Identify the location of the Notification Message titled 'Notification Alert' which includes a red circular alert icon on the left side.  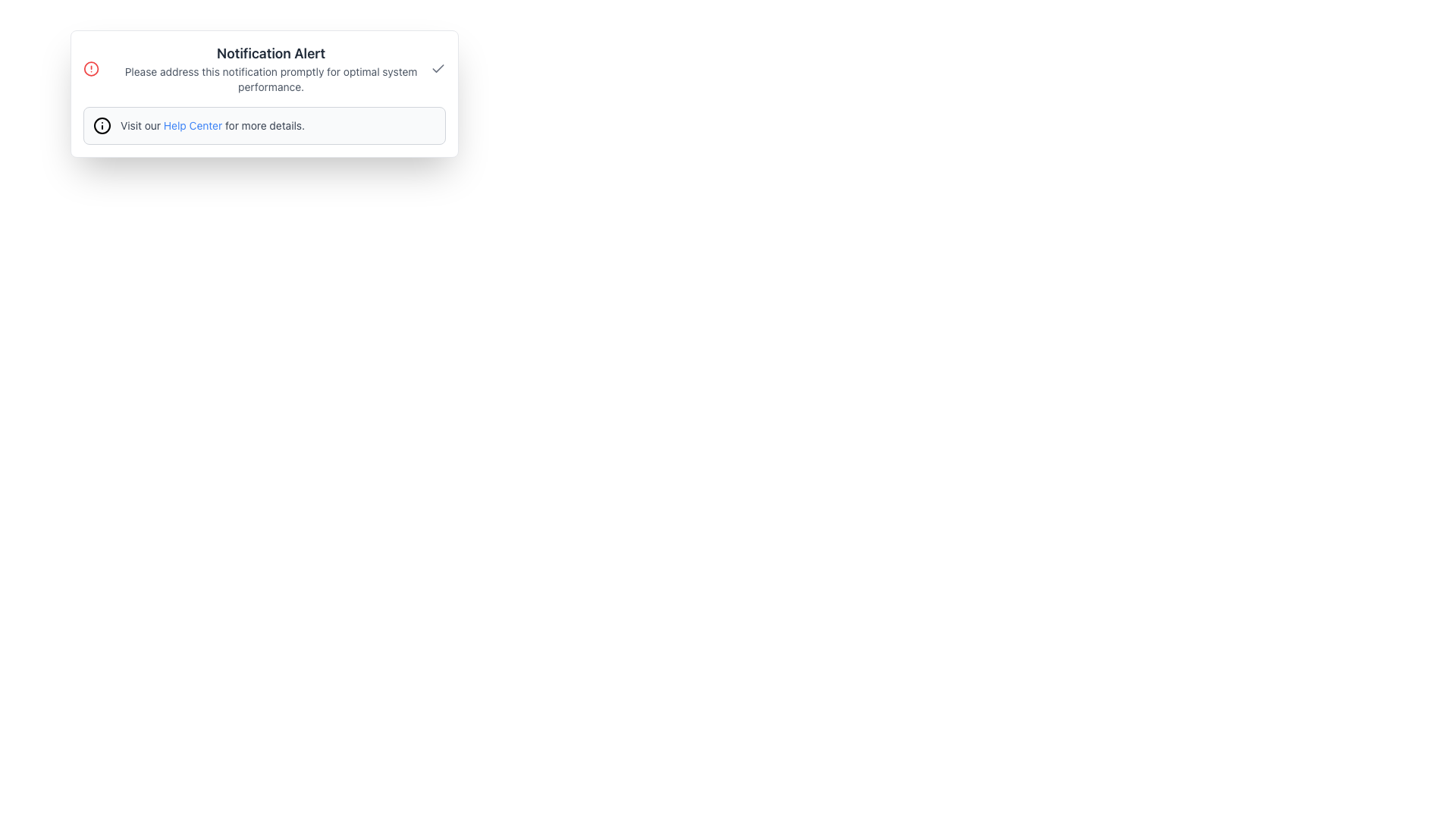
(257, 69).